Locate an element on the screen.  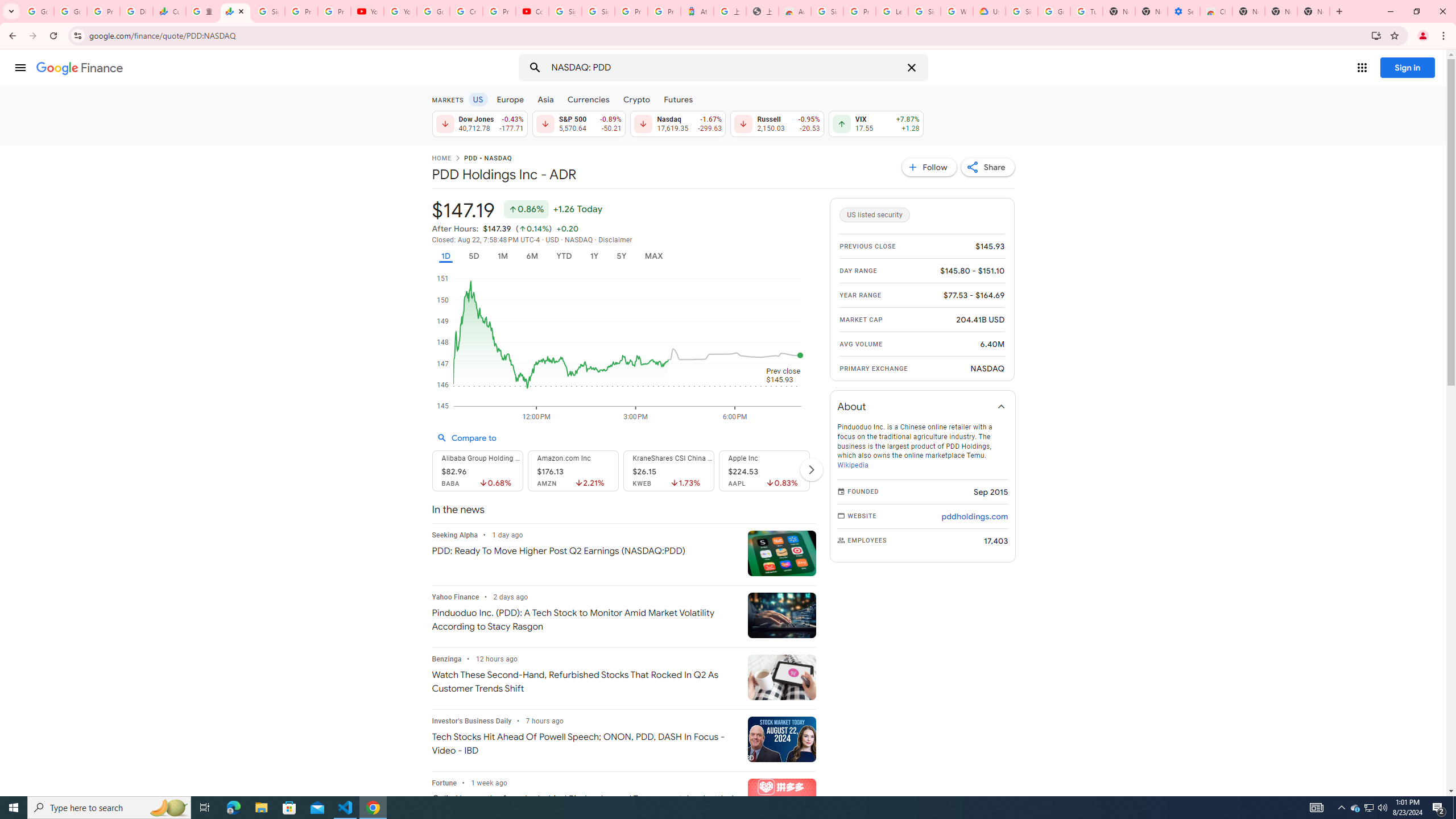
'Who are Google' is located at coordinates (957, 11).